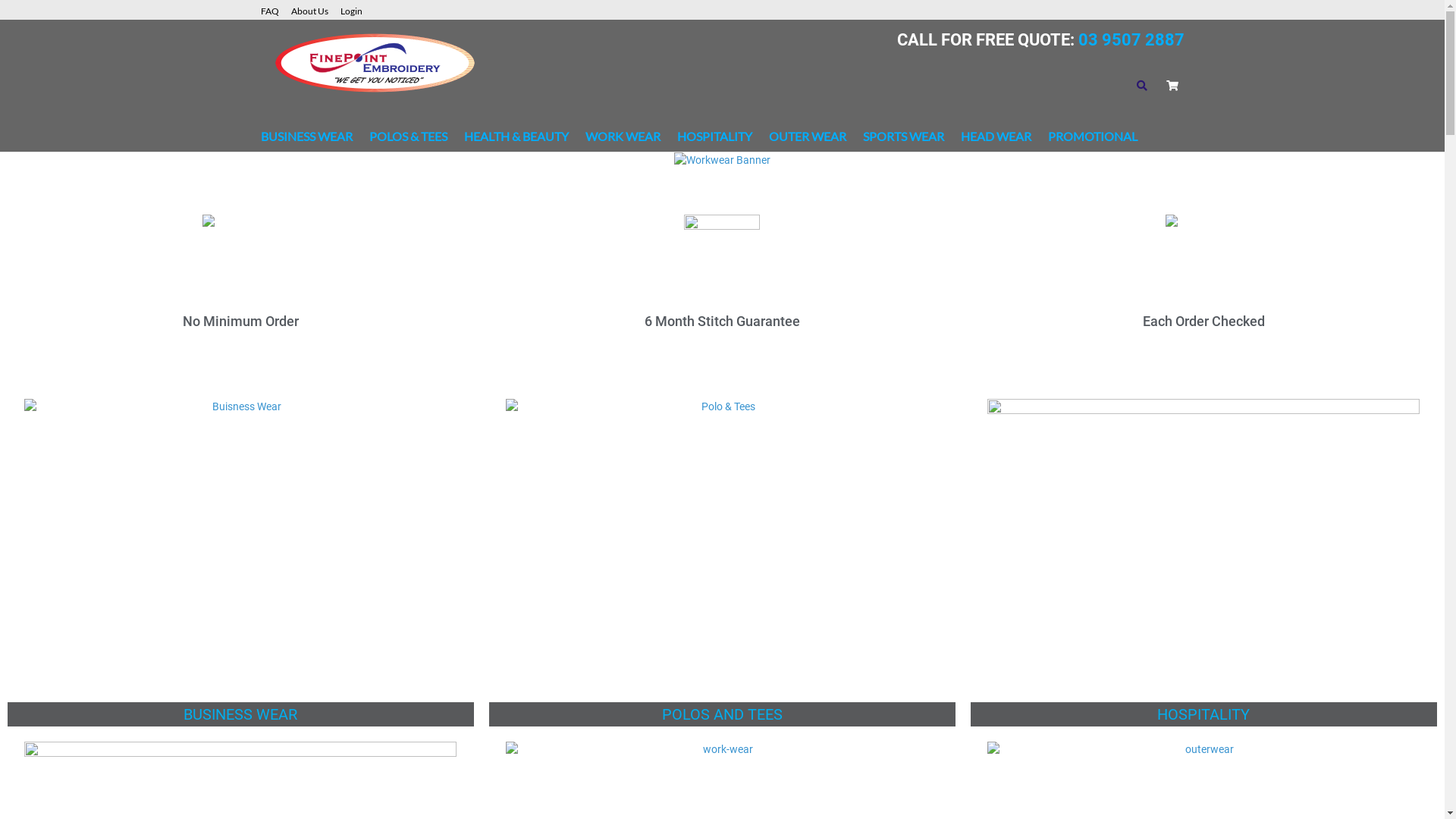 The image size is (1456, 819). I want to click on 'OUTER WEAR', so click(807, 136).